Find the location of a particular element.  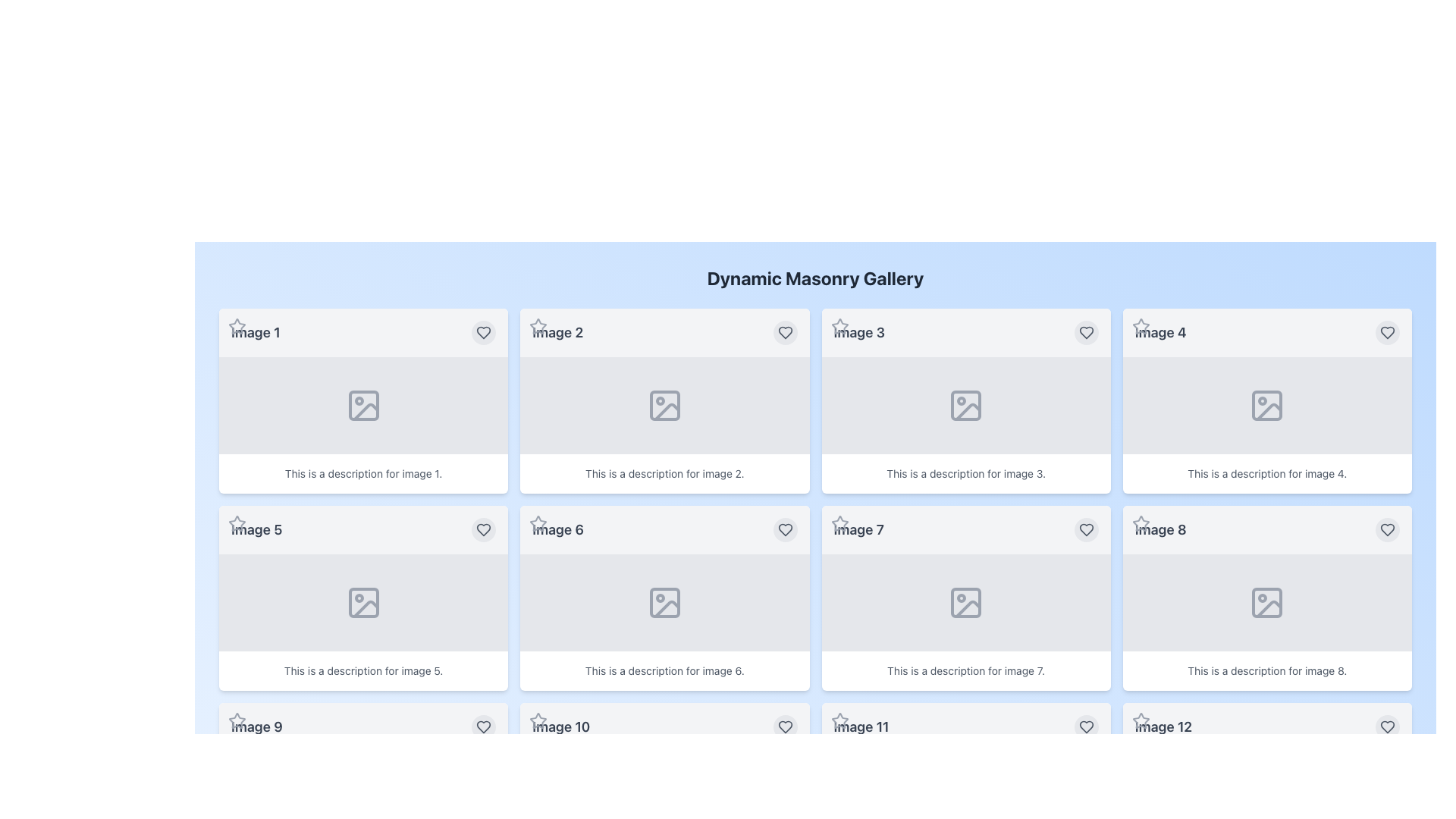

the heart icon button located in the top-right corner of the card labeled 'Image 6' in the 'Dynamic Masonry Gallery' is located at coordinates (785, 529).